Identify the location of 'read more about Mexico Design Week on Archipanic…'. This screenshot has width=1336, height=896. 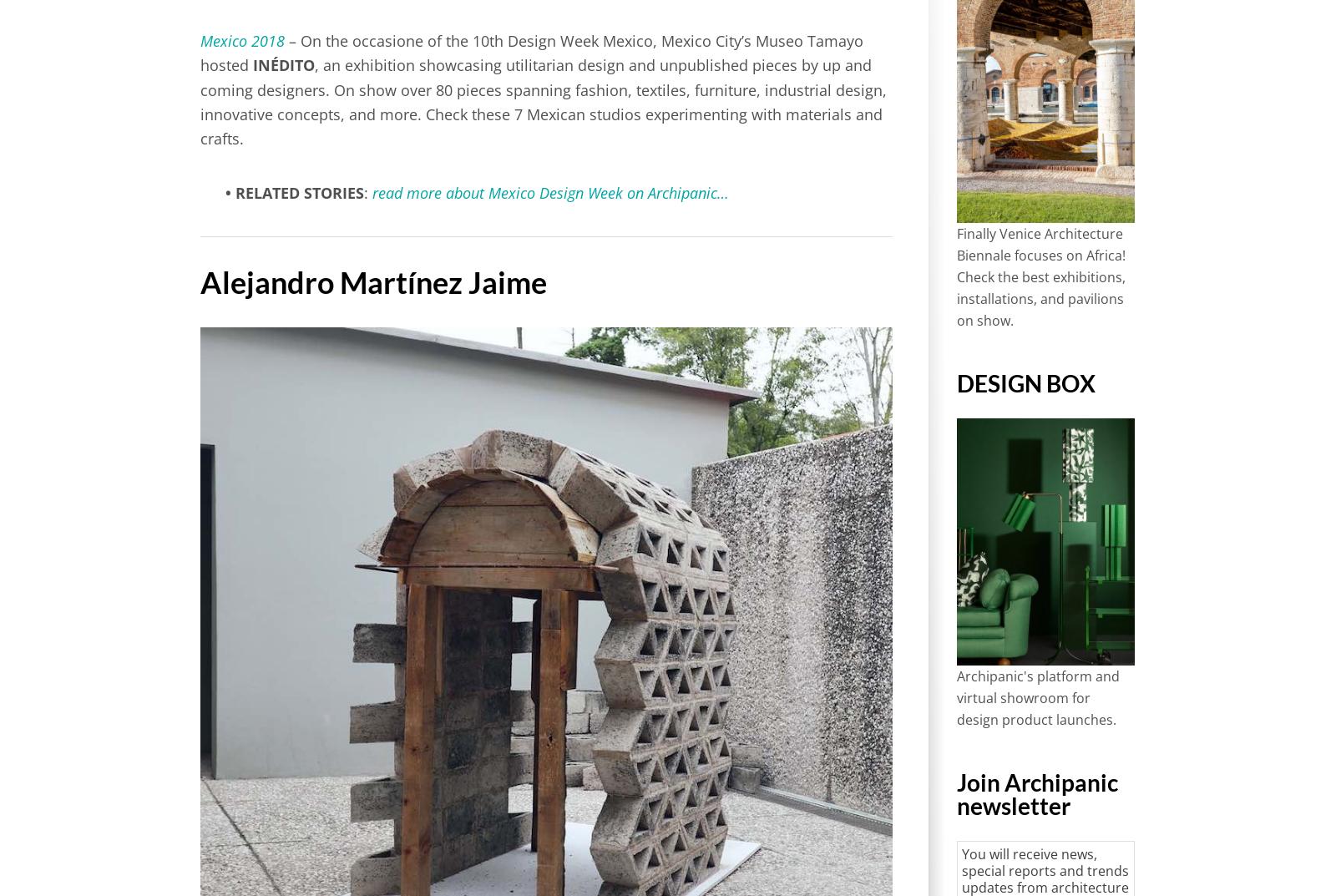
(550, 193).